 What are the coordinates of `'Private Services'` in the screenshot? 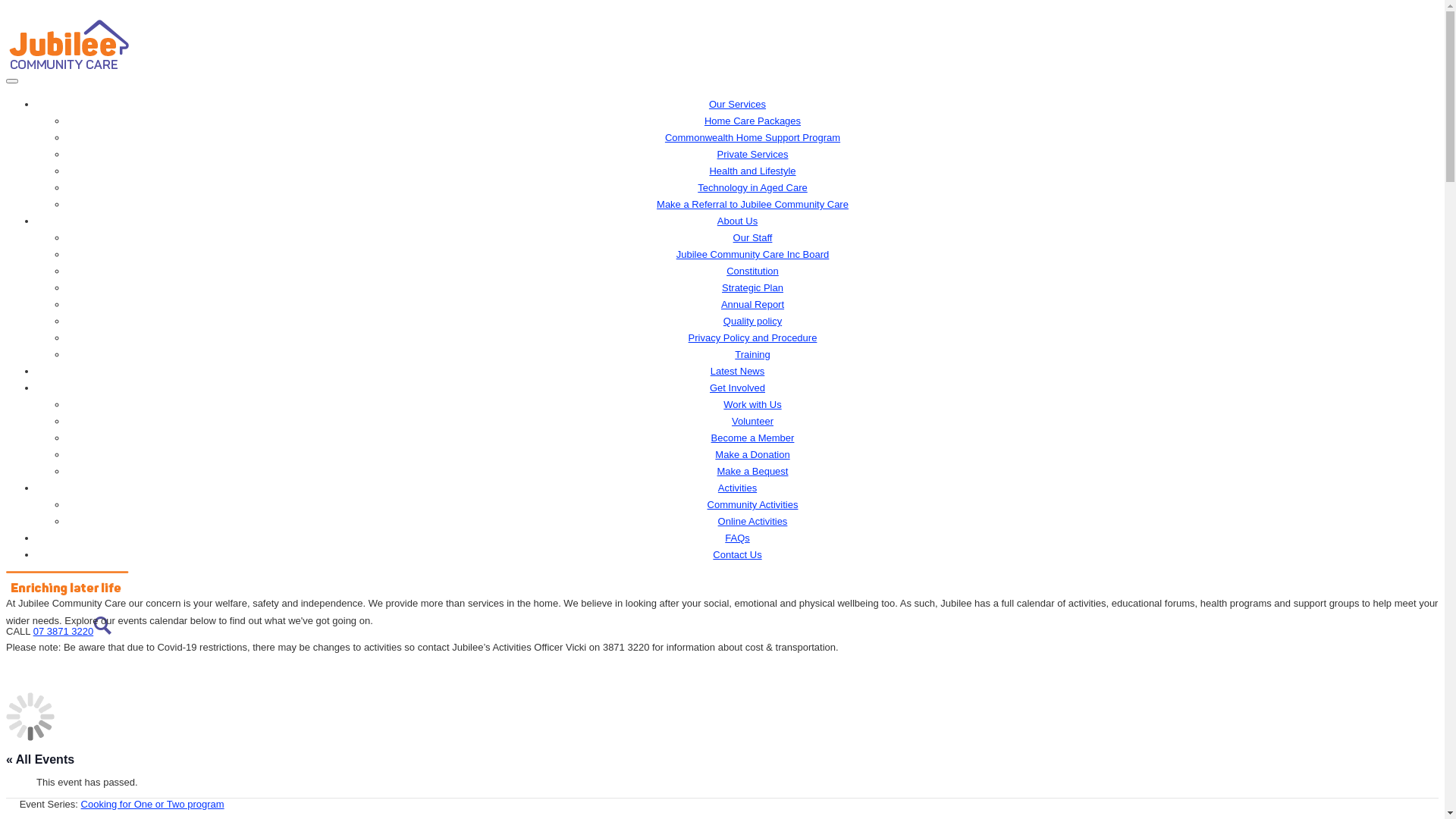 It's located at (712, 154).